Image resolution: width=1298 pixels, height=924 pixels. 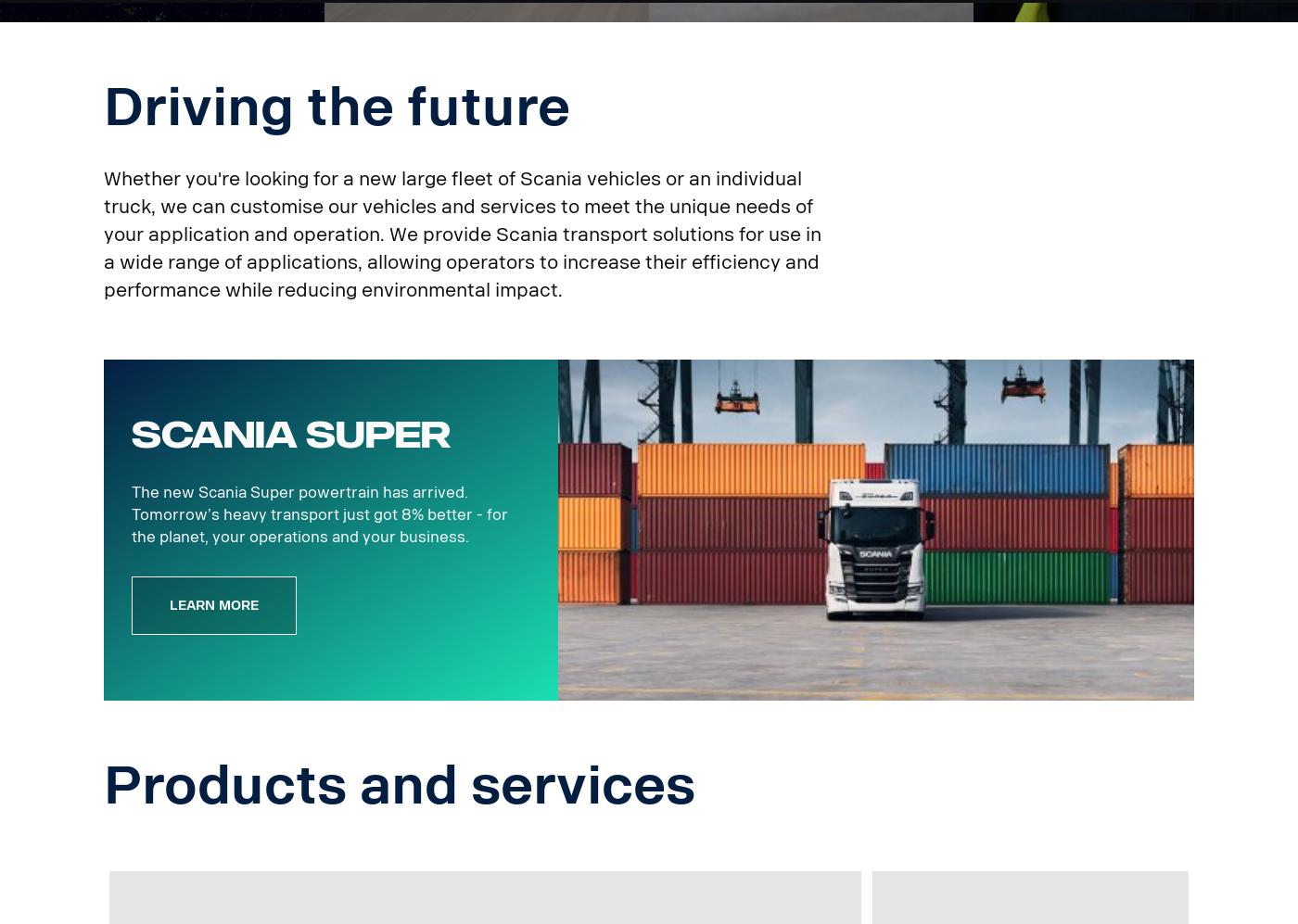 What do you see at coordinates (169, 605) in the screenshot?
I see `'Learn more'` at bounding box center [169, 605].